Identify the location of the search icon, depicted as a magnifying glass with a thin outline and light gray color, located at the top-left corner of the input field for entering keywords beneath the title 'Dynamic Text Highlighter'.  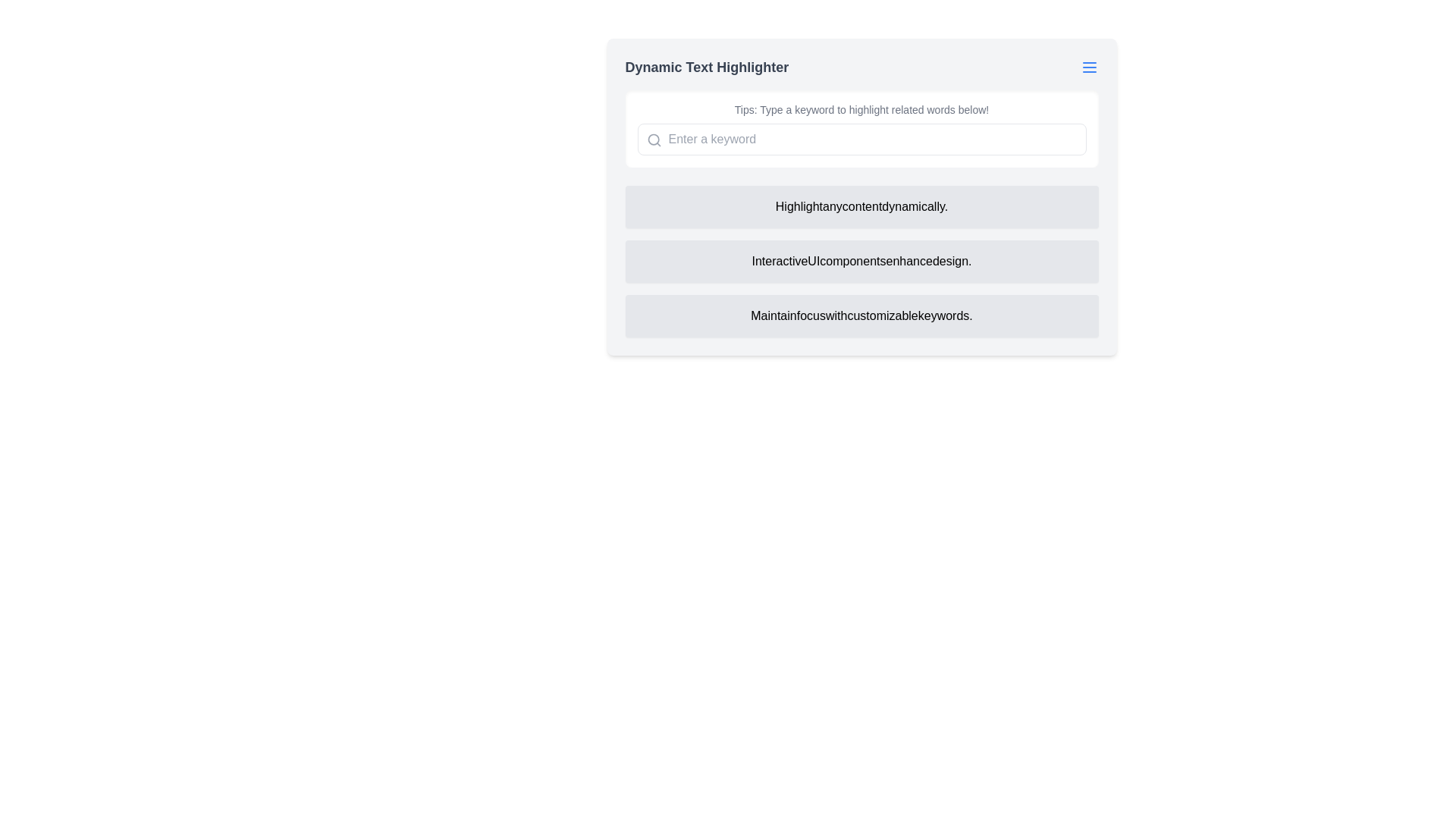
(654, 140).